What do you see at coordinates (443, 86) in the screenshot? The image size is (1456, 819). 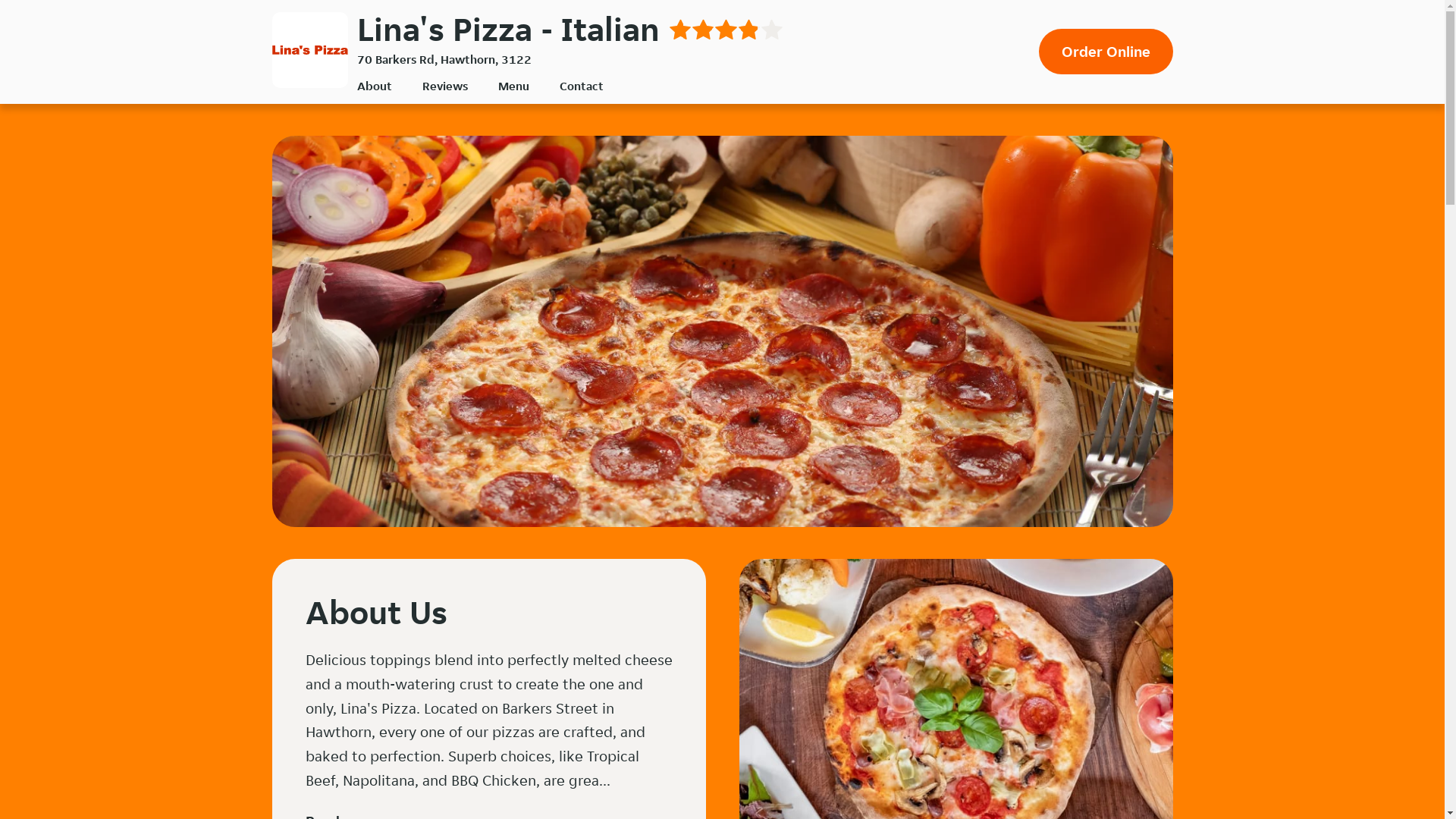 I see `'Reviews'` at bounding box center [443, 86].